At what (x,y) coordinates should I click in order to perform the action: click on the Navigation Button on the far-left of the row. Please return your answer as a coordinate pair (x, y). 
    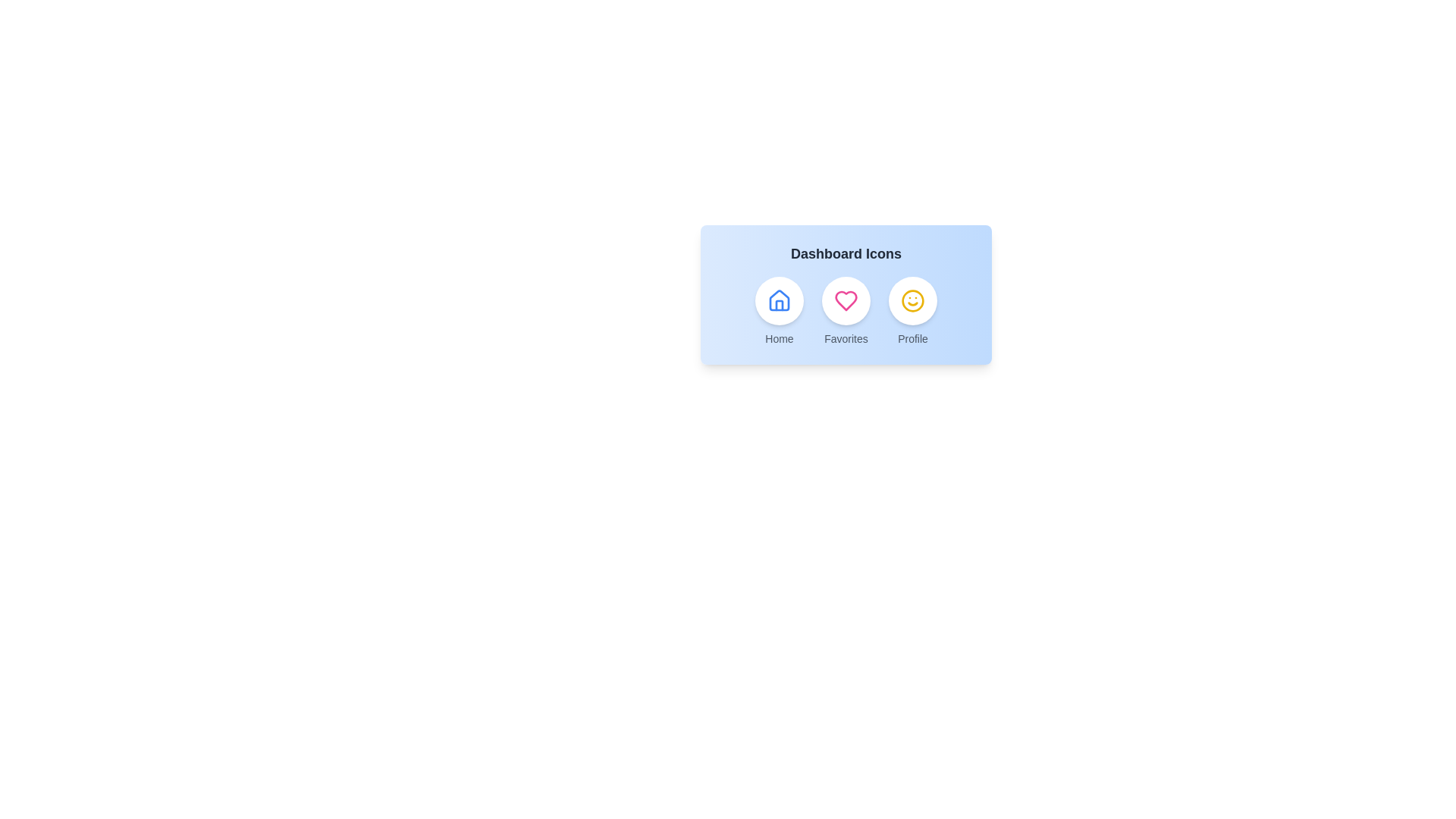
    Looking at the image, I should click on (779, 311).